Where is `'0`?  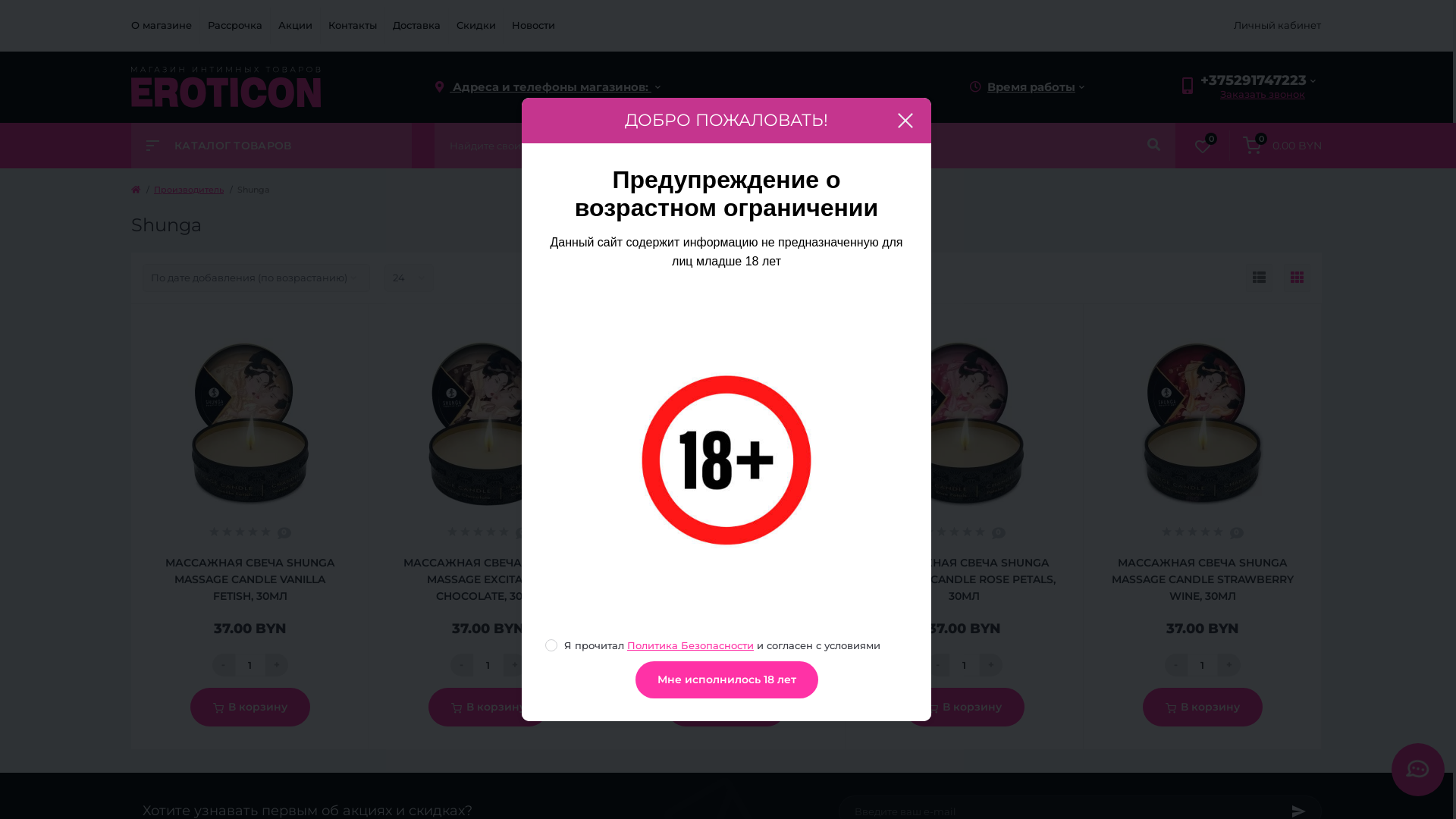
'0 is located at coordinates (1275, 146).